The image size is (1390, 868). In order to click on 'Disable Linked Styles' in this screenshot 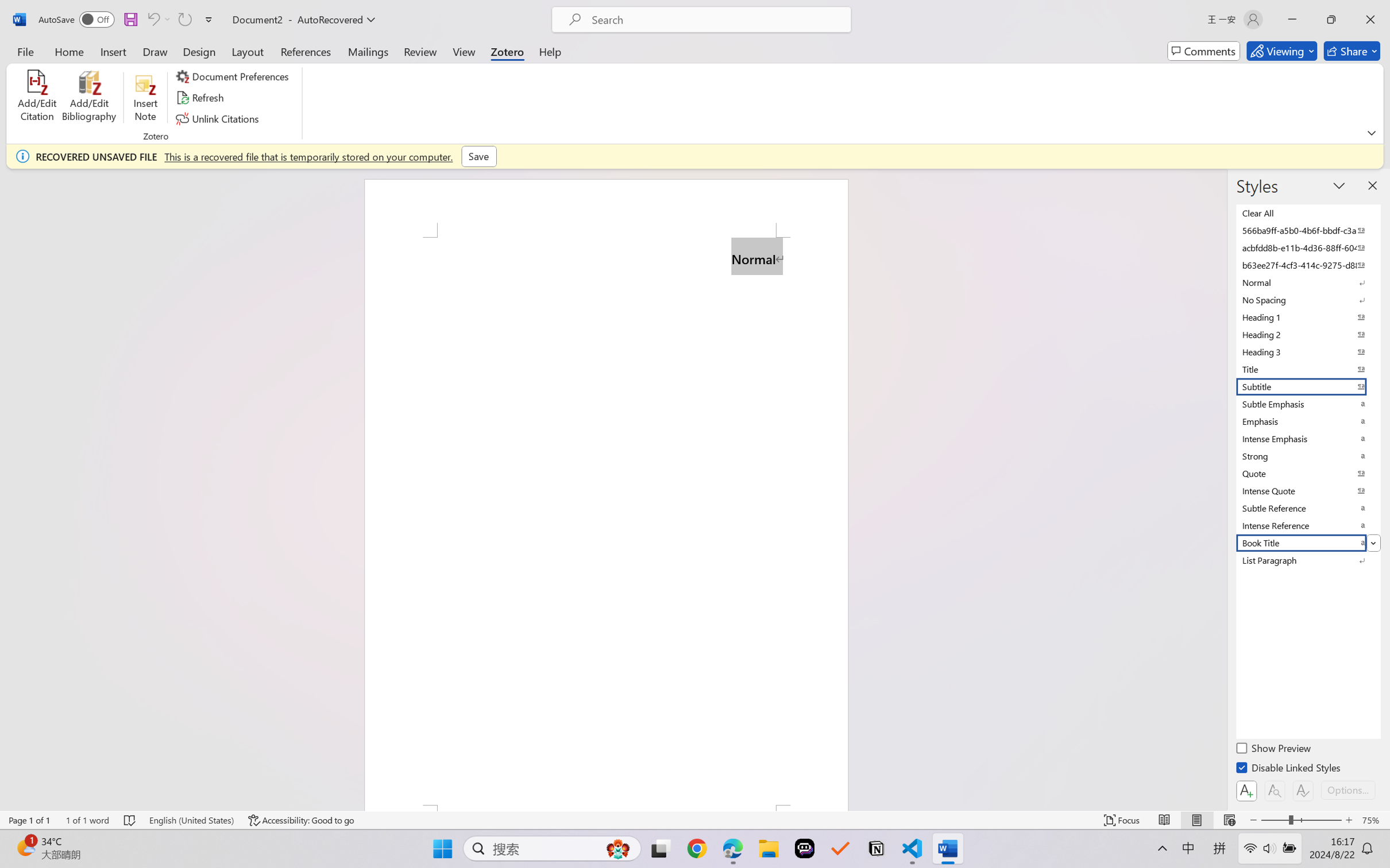, I will do `click(1288, 769)`.